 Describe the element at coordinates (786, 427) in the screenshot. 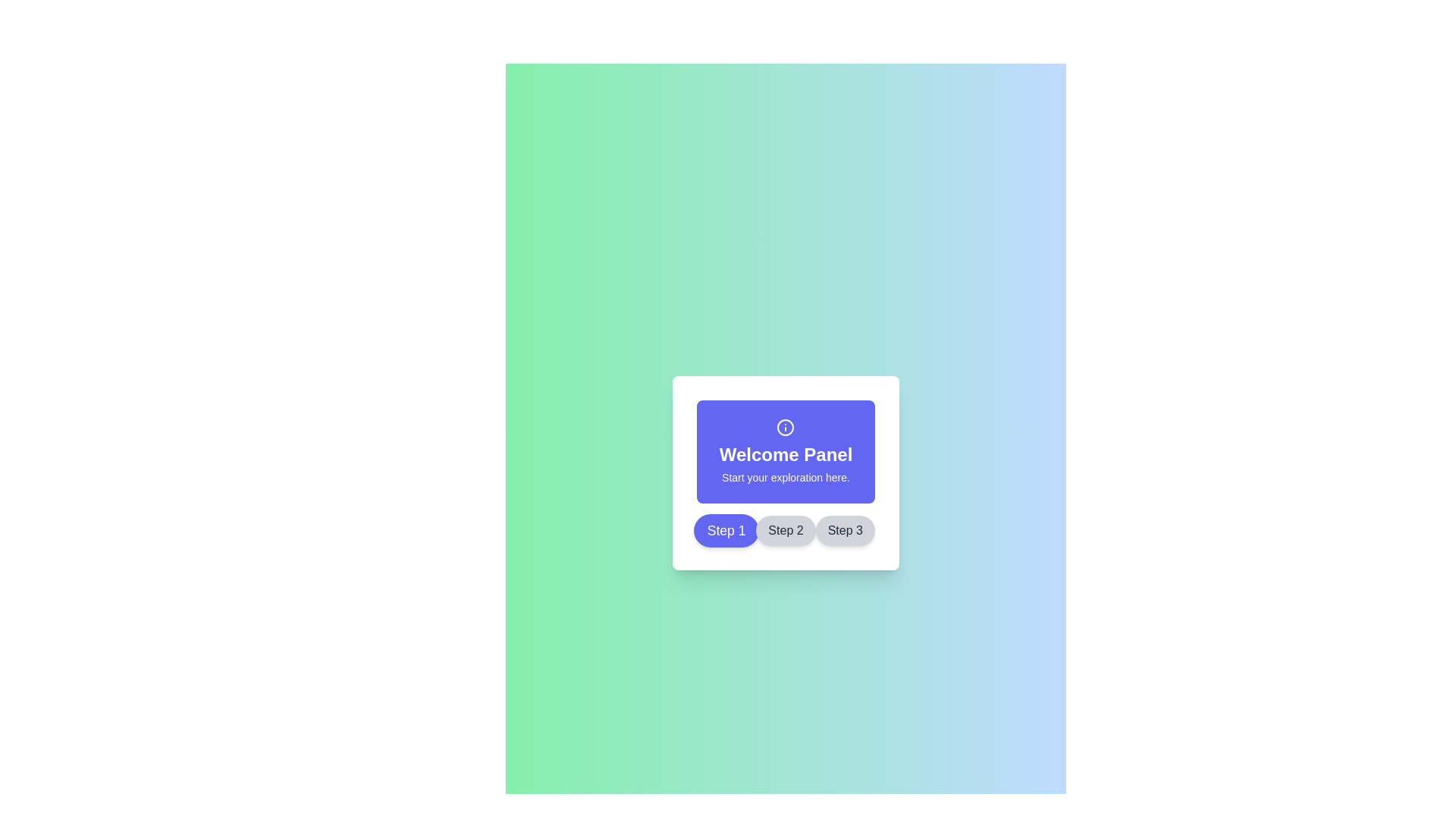

I see `the help-related icon located at the top section of the 'Welcome Panel' card, which indicates that information or assistance is available` at that location.